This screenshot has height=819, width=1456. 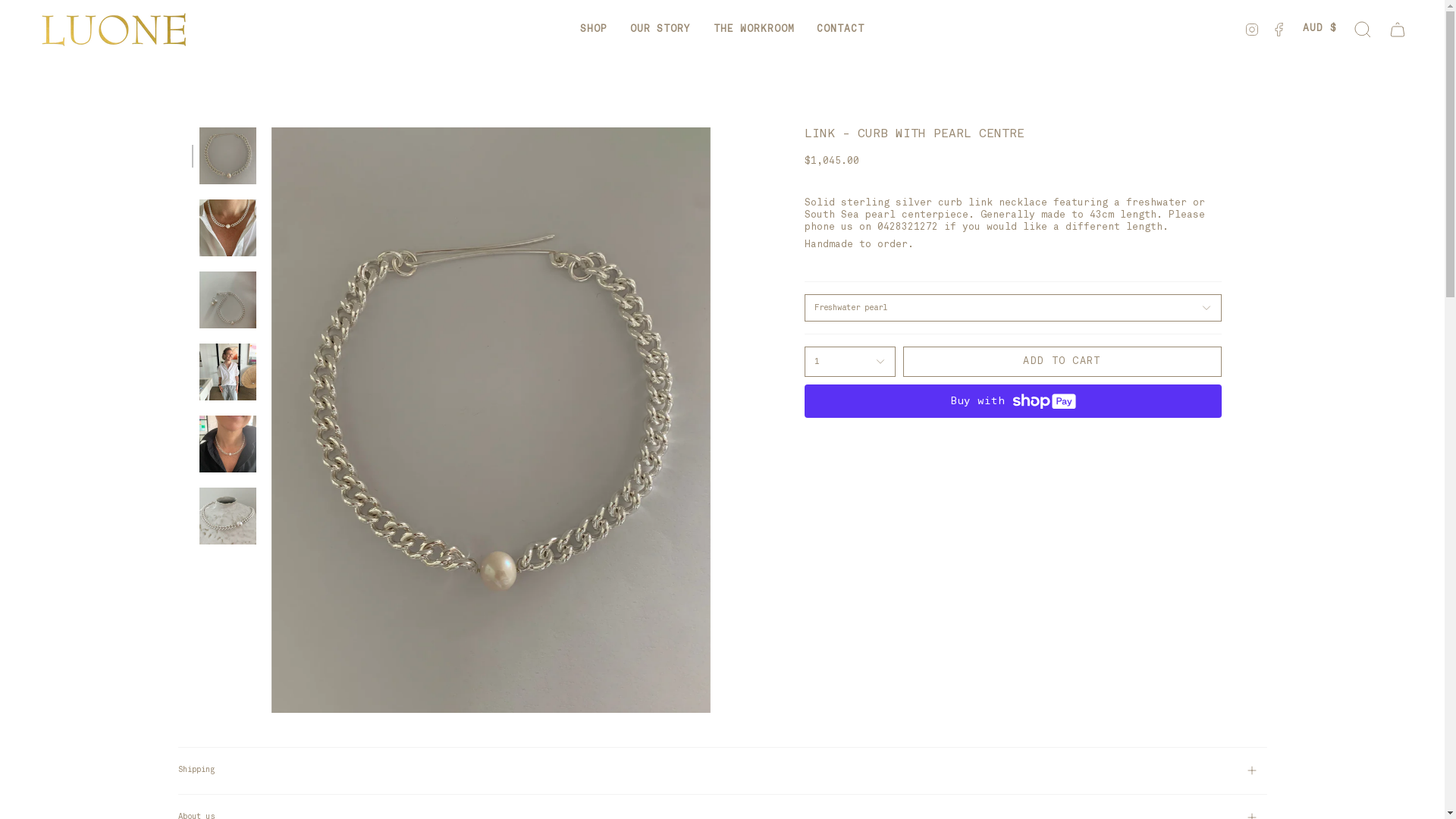 I want to click on 'SHOP', so click(x=592, y=29).